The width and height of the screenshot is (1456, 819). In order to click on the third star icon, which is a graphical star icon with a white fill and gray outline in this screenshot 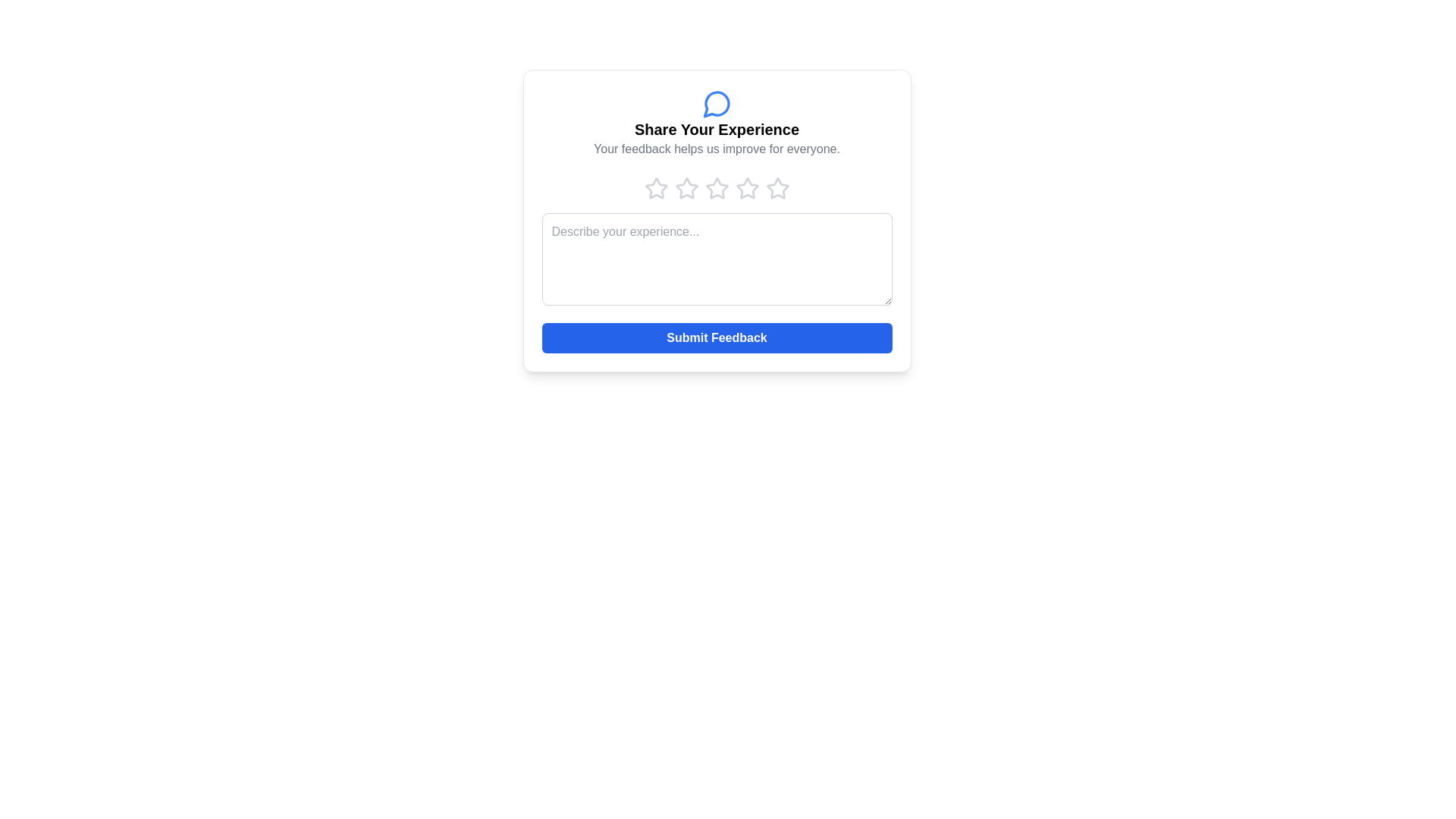, I will do `click(747, 187)`.